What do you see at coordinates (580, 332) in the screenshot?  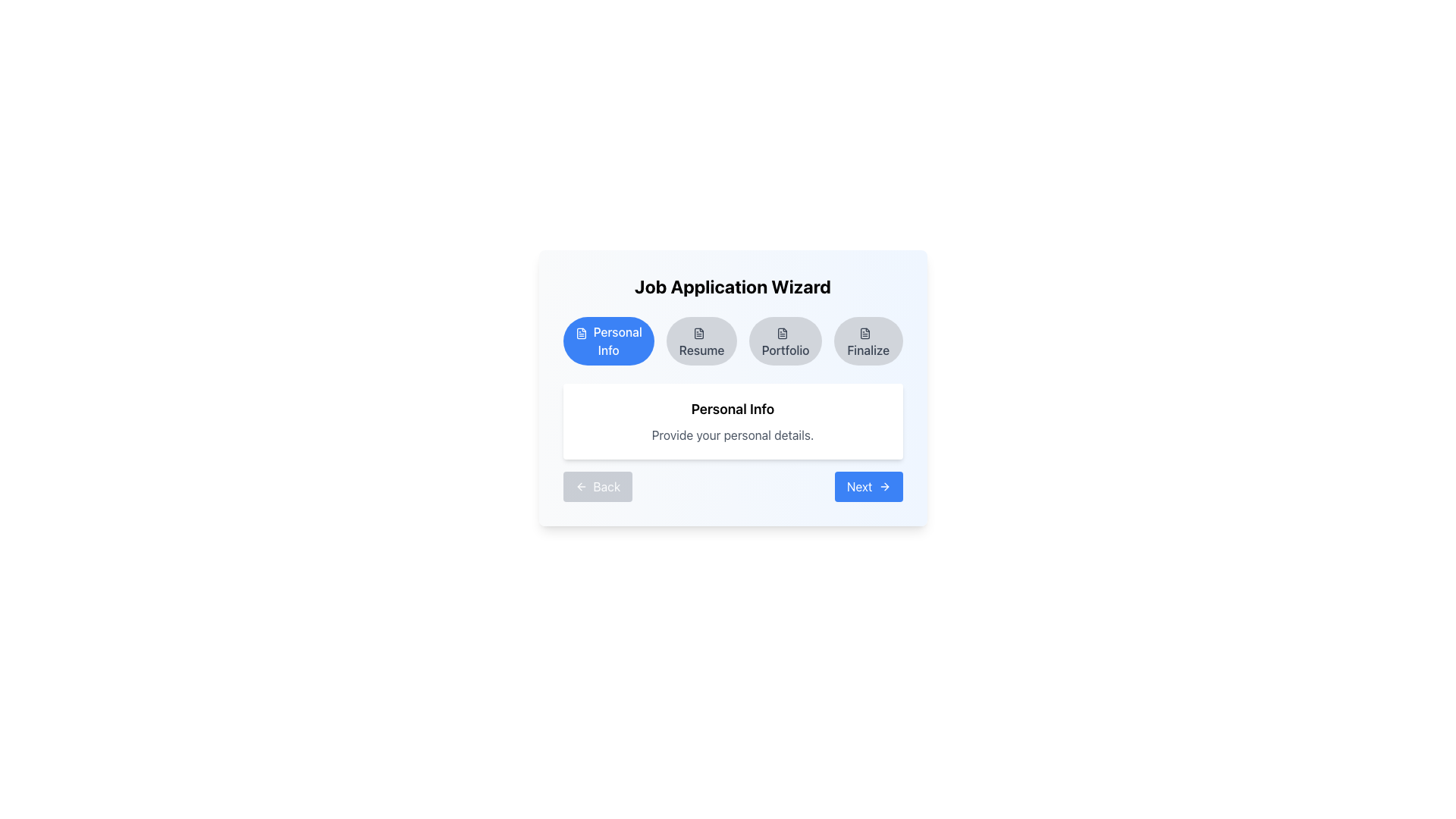 I see `the document icon in the 'Personal Info' section of the Job Application Wizard interface, which is the first icon in the row of tabs` at bounding box center [580, 332].